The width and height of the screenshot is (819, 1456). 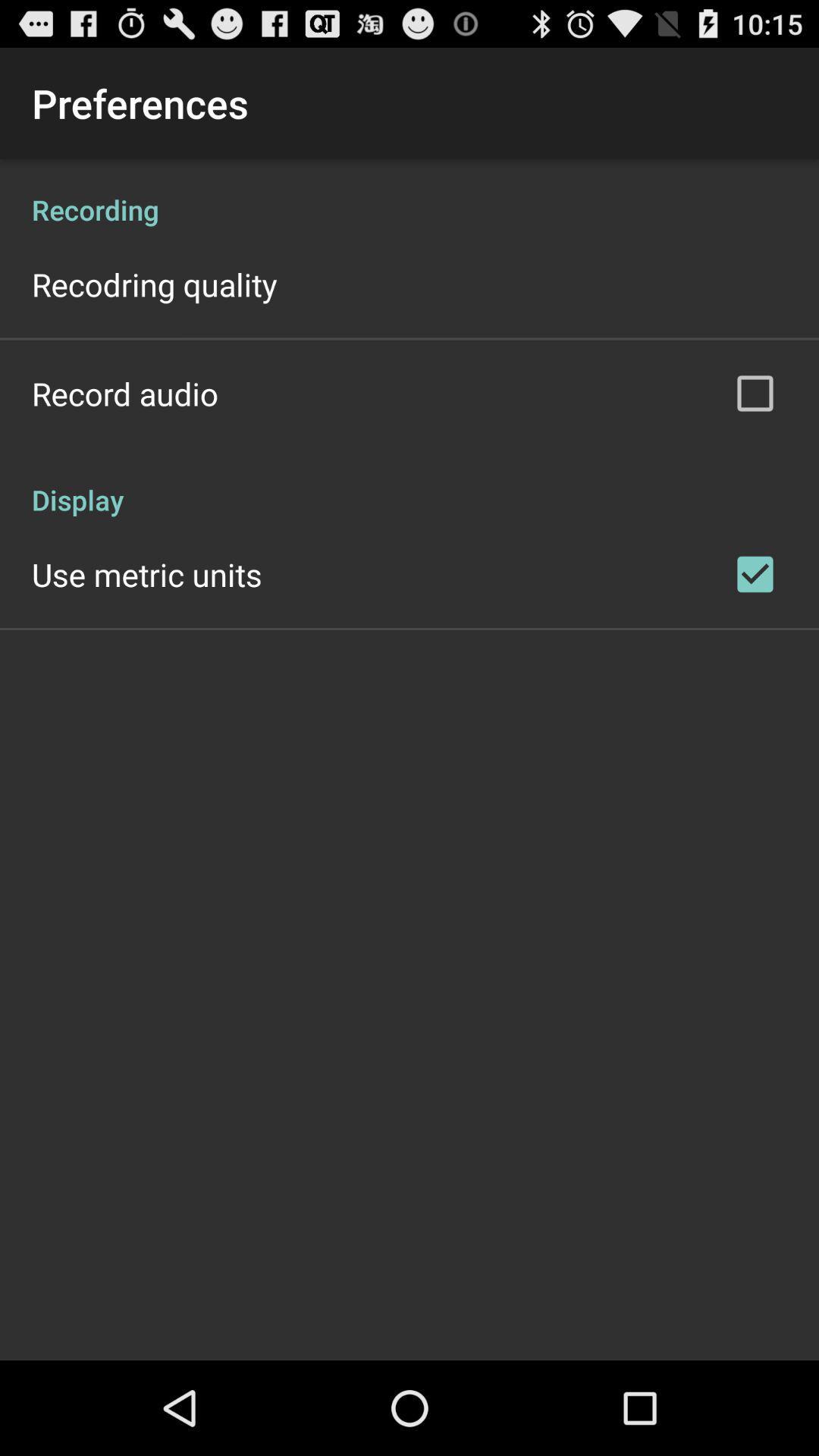 I want to click on item below the display app, so click(x=146, y=573).